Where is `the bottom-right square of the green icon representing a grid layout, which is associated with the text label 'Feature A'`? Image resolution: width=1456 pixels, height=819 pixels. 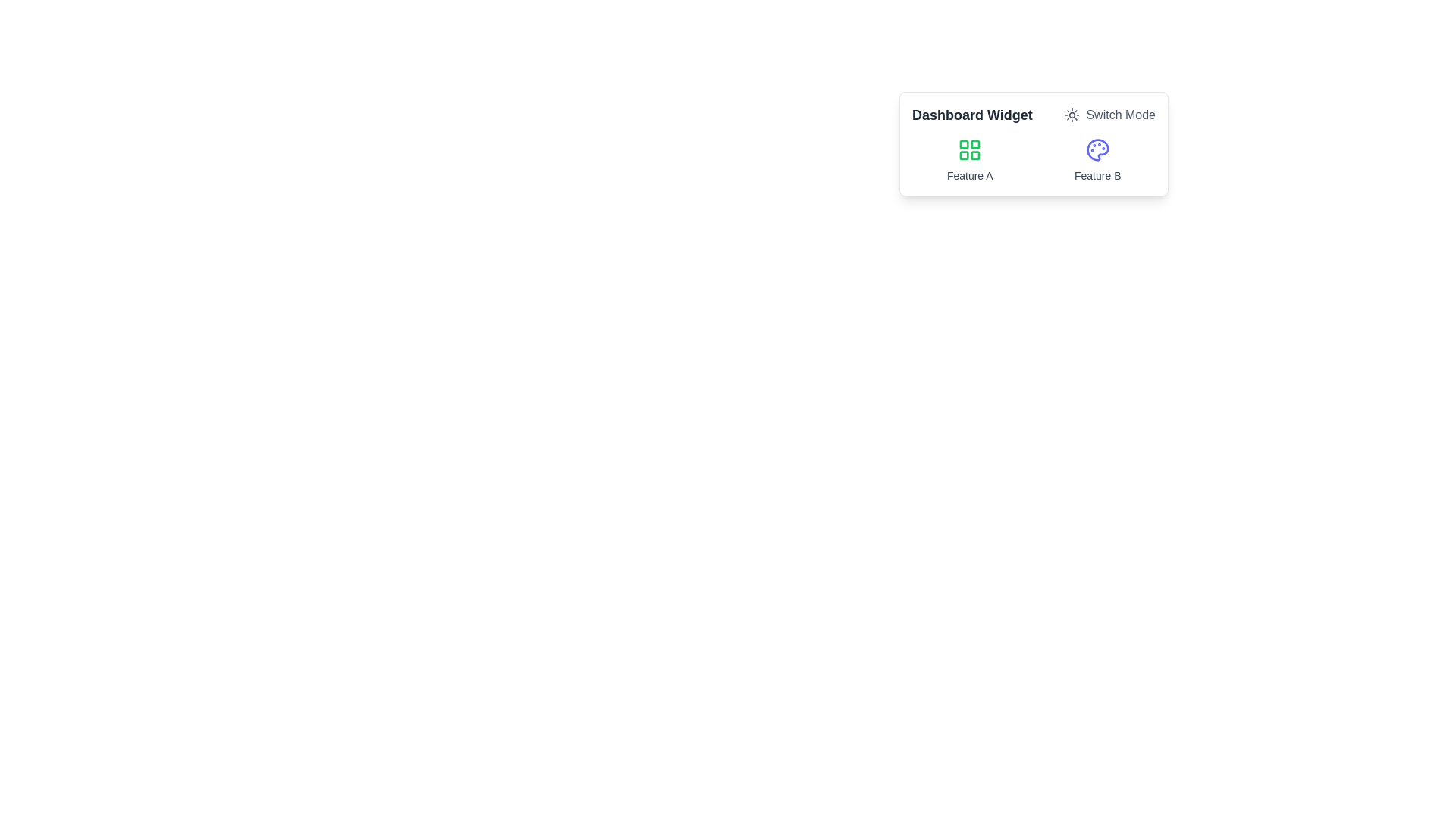
the bottom-right square of the green icon representing a grid layout, which is associated with the text label 'Feature A' is located at coordinates (975, 155).